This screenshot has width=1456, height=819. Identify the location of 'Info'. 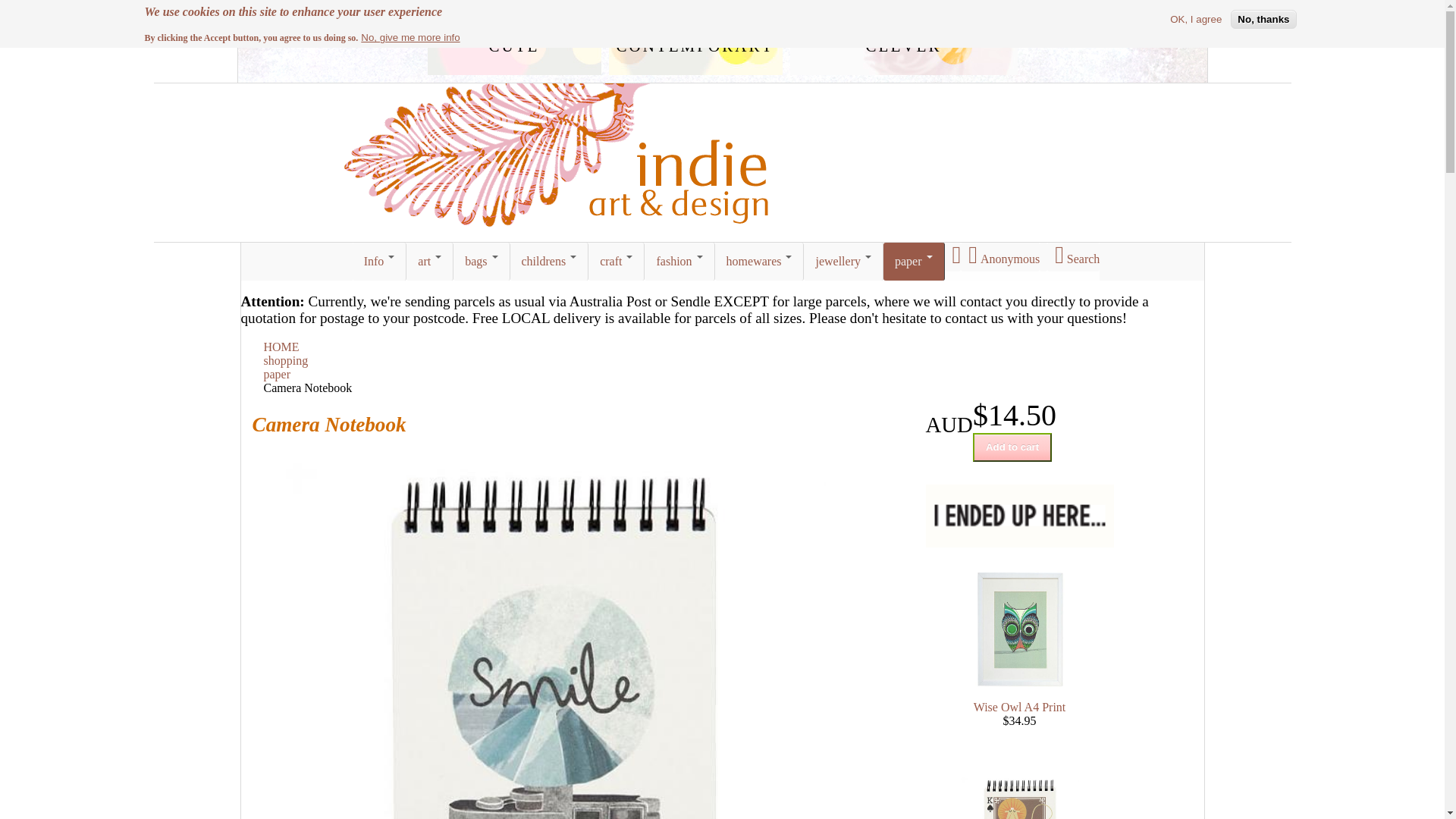
(352, 260).